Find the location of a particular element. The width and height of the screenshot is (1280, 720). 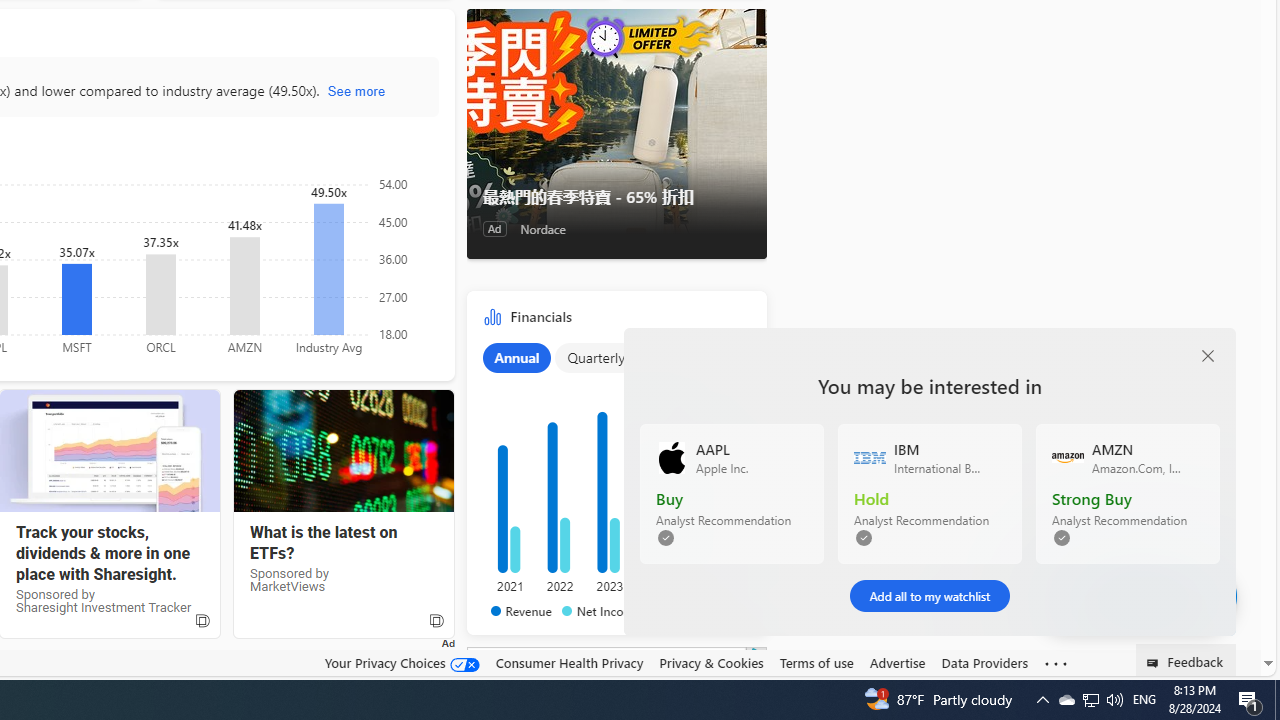

'Class: chartOuter-DS-EntryPoint1-1' is located at coordinates (611, 479).